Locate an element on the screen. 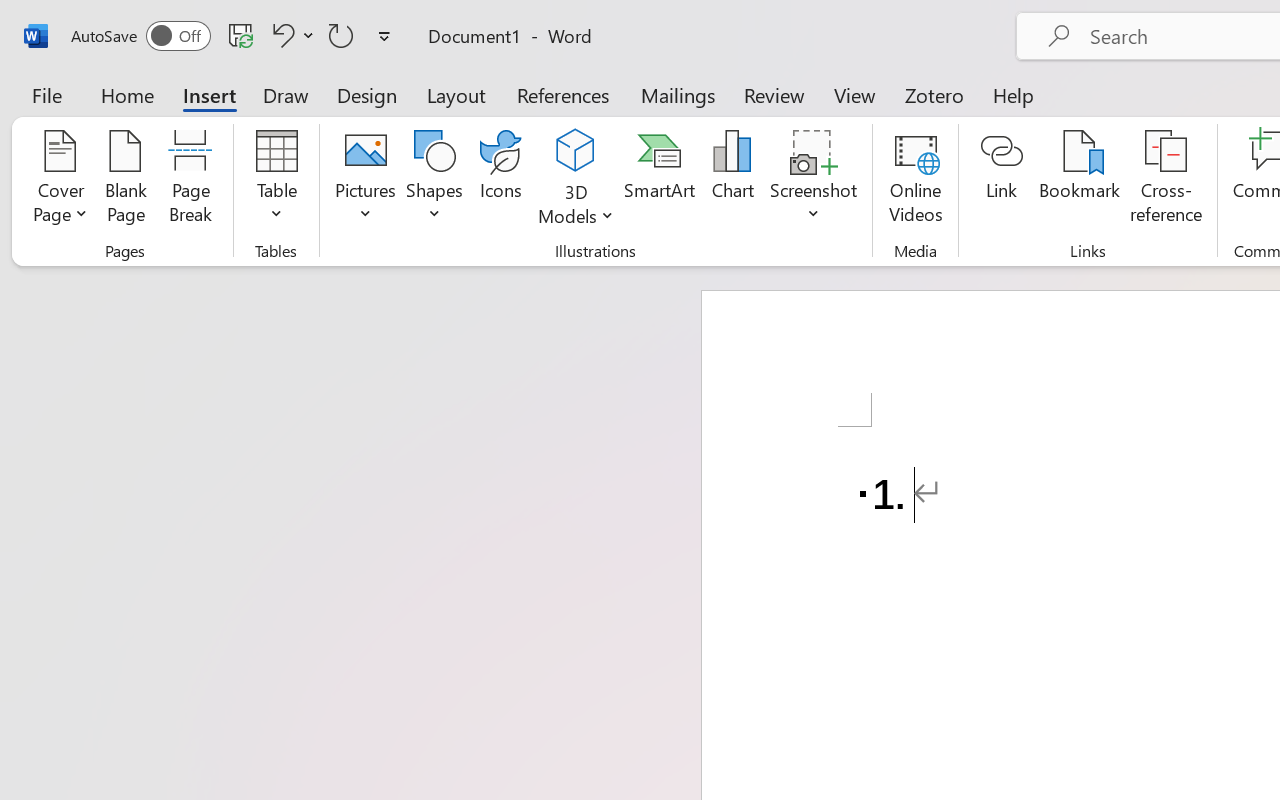  'Blank Page' is located at coordinates (125, 179).